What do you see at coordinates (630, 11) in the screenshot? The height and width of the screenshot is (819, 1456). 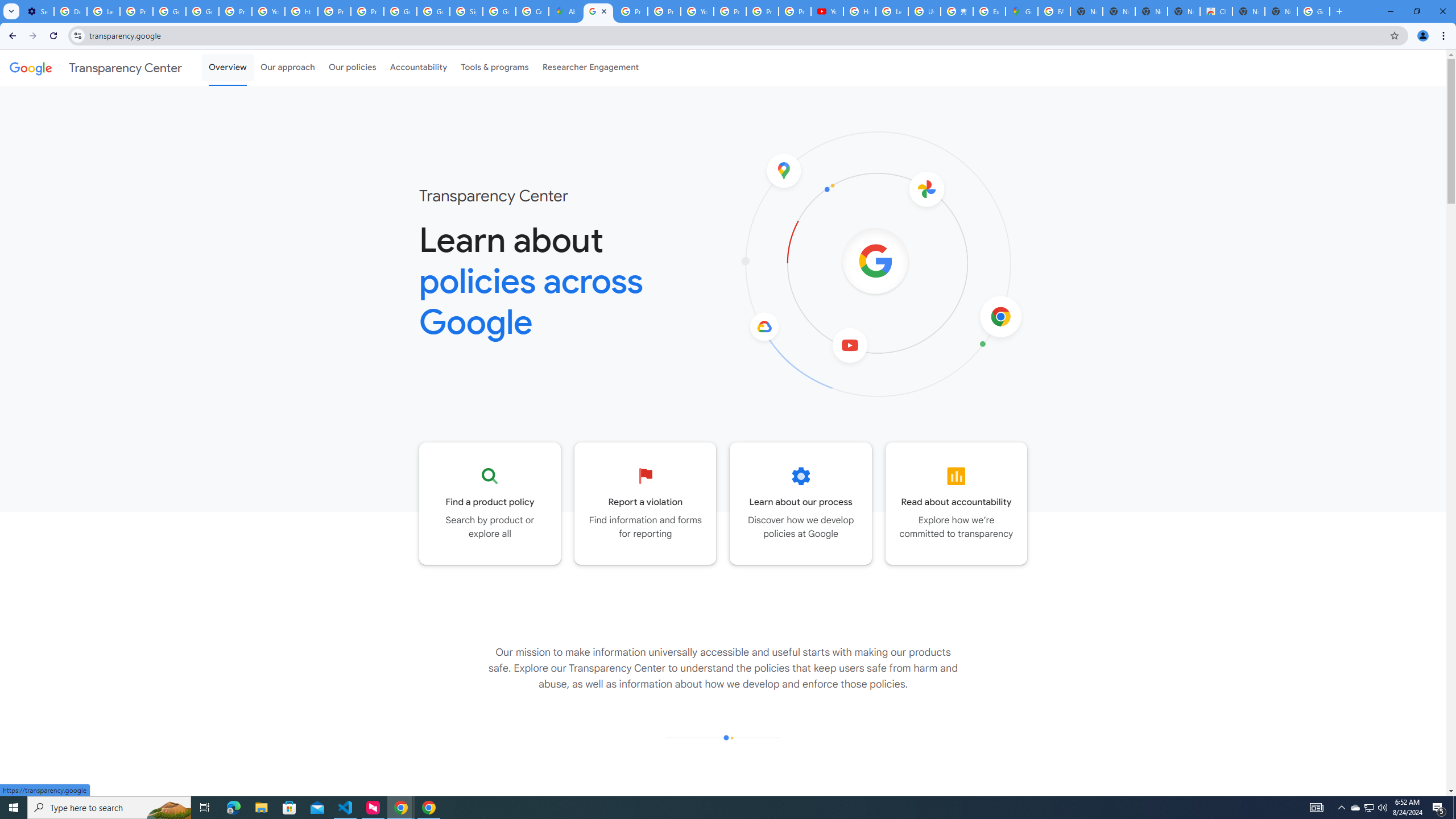 I see `'Privacy Help Center - Policies Help'` at bounding box center [630, 11].